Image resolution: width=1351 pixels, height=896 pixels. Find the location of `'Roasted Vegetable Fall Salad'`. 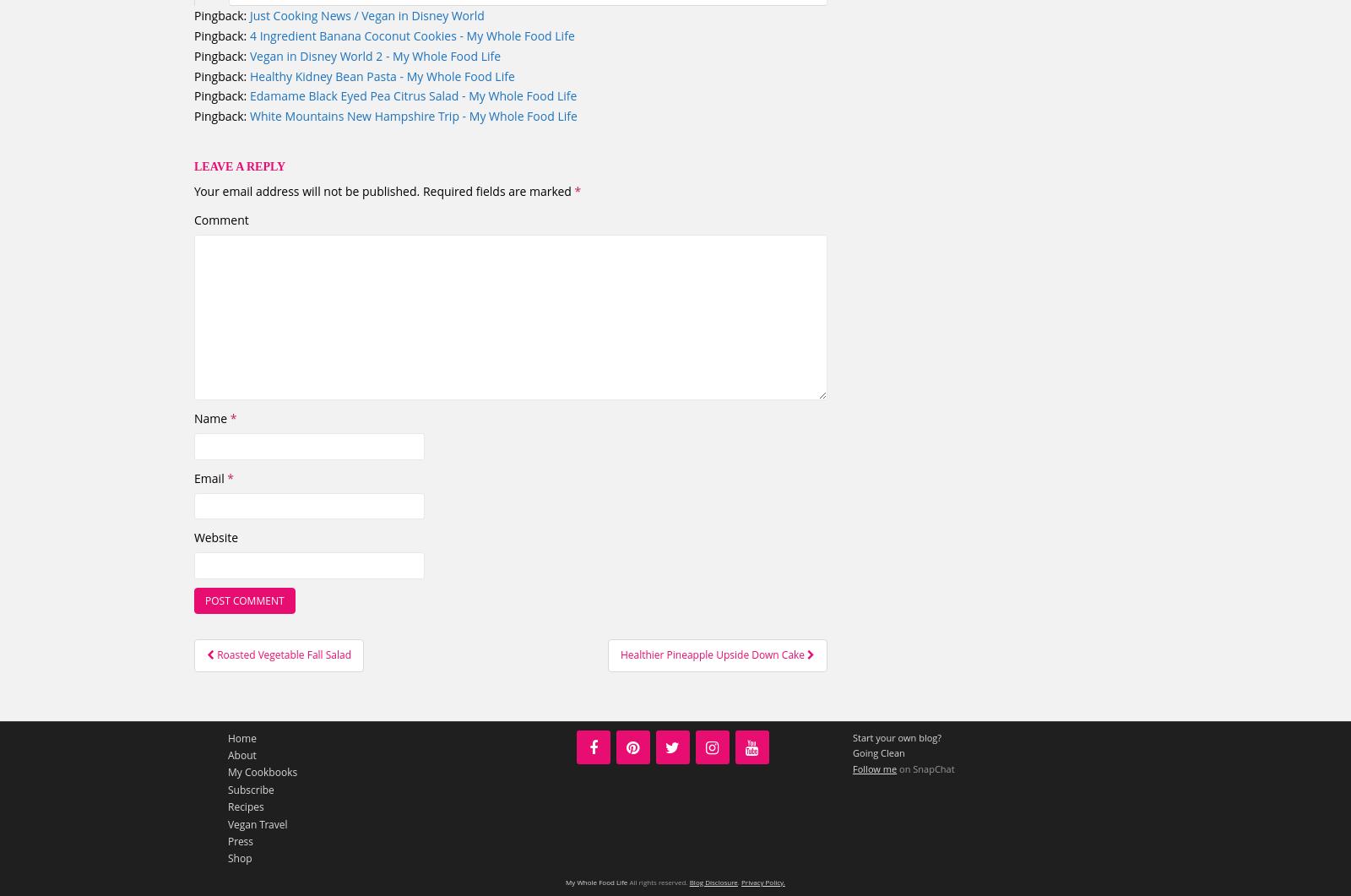

'Roasted Vegetable Fall Salad' is located at coordinates (284, 654).